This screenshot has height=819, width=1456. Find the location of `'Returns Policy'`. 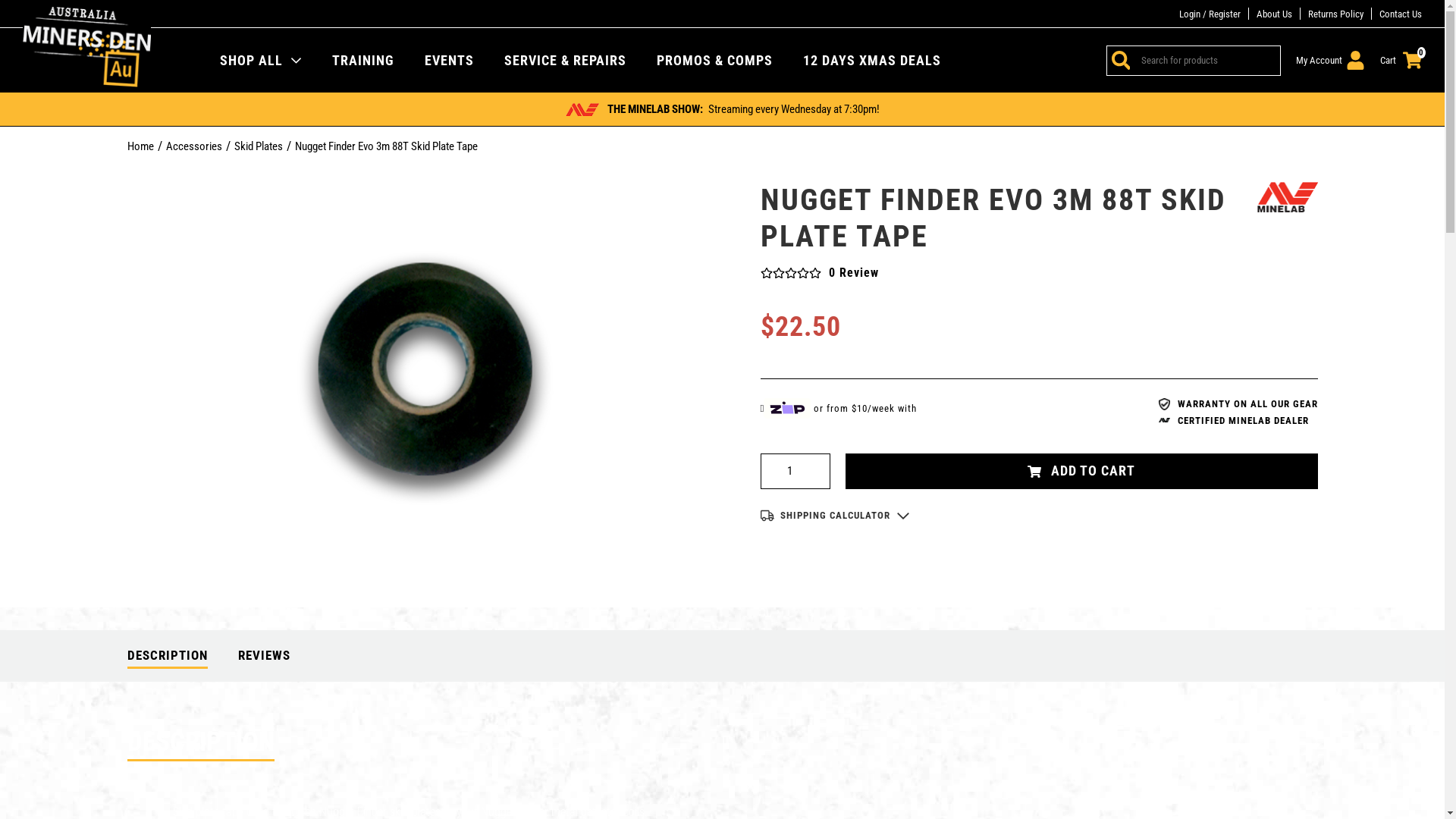

'Returns Policy' is located at coordinates (1335, 14).